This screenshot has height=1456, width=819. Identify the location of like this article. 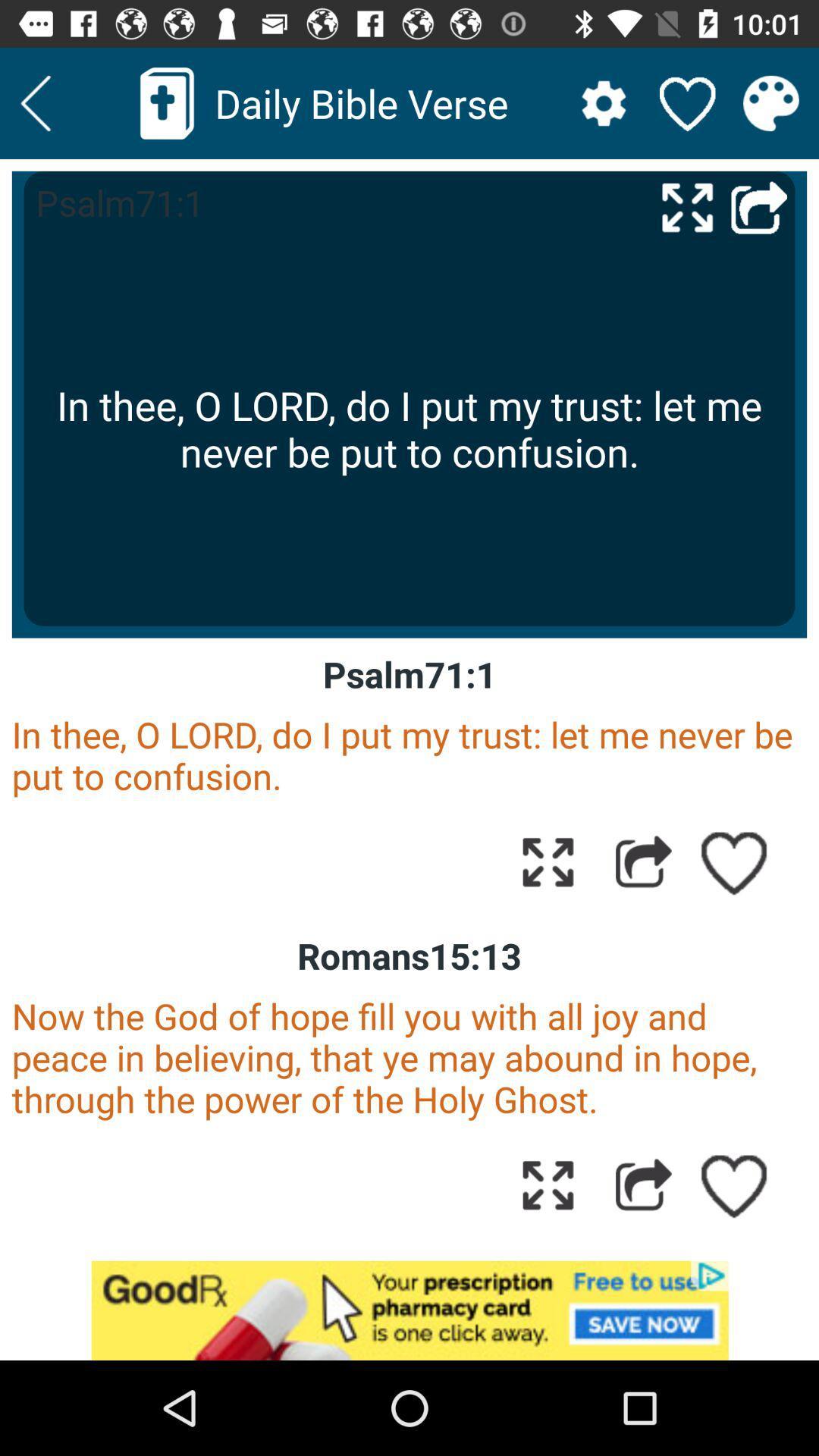
(734, 1184).